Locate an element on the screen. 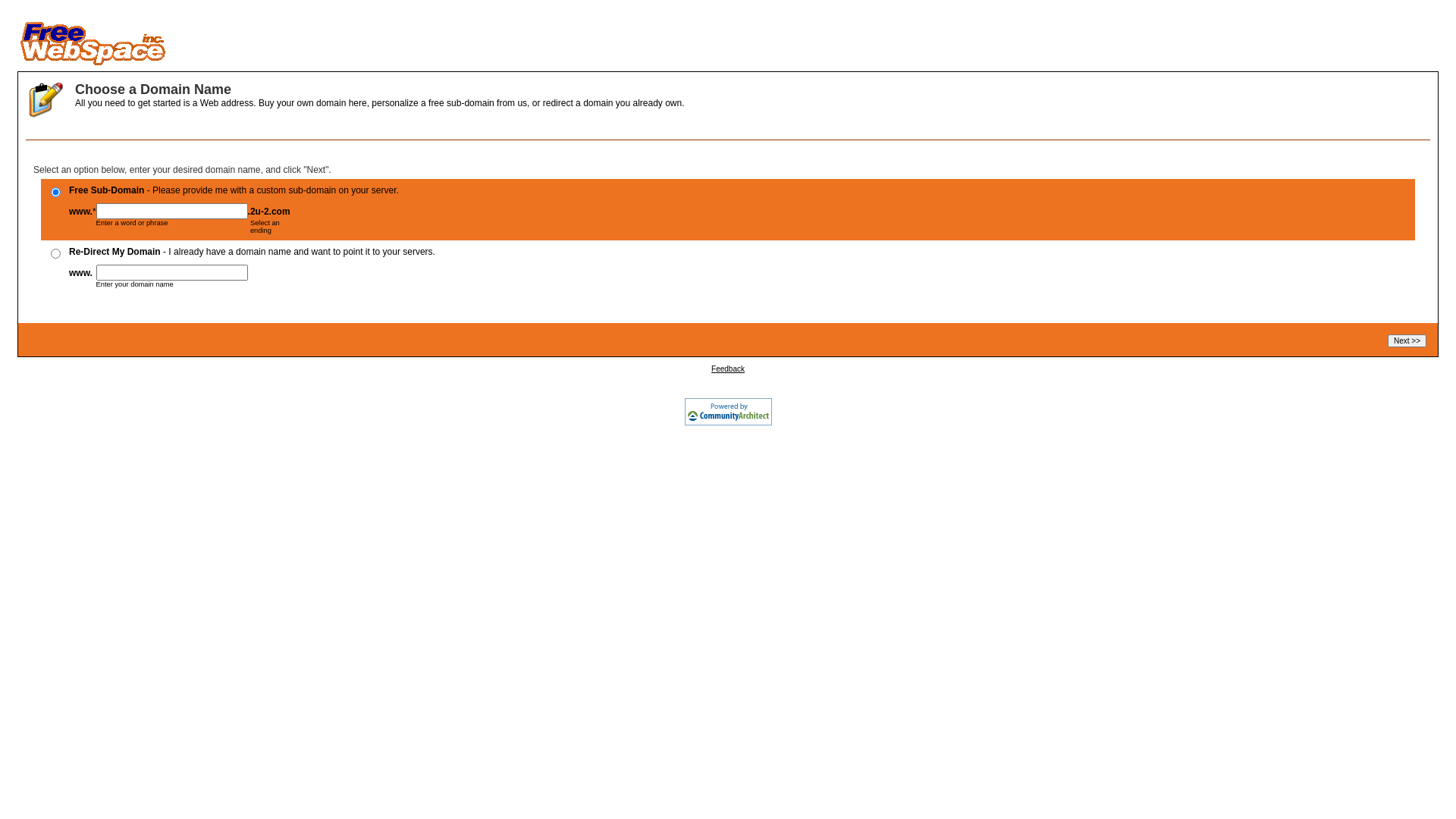  'Feedback' is located at coordinates (728, 369).